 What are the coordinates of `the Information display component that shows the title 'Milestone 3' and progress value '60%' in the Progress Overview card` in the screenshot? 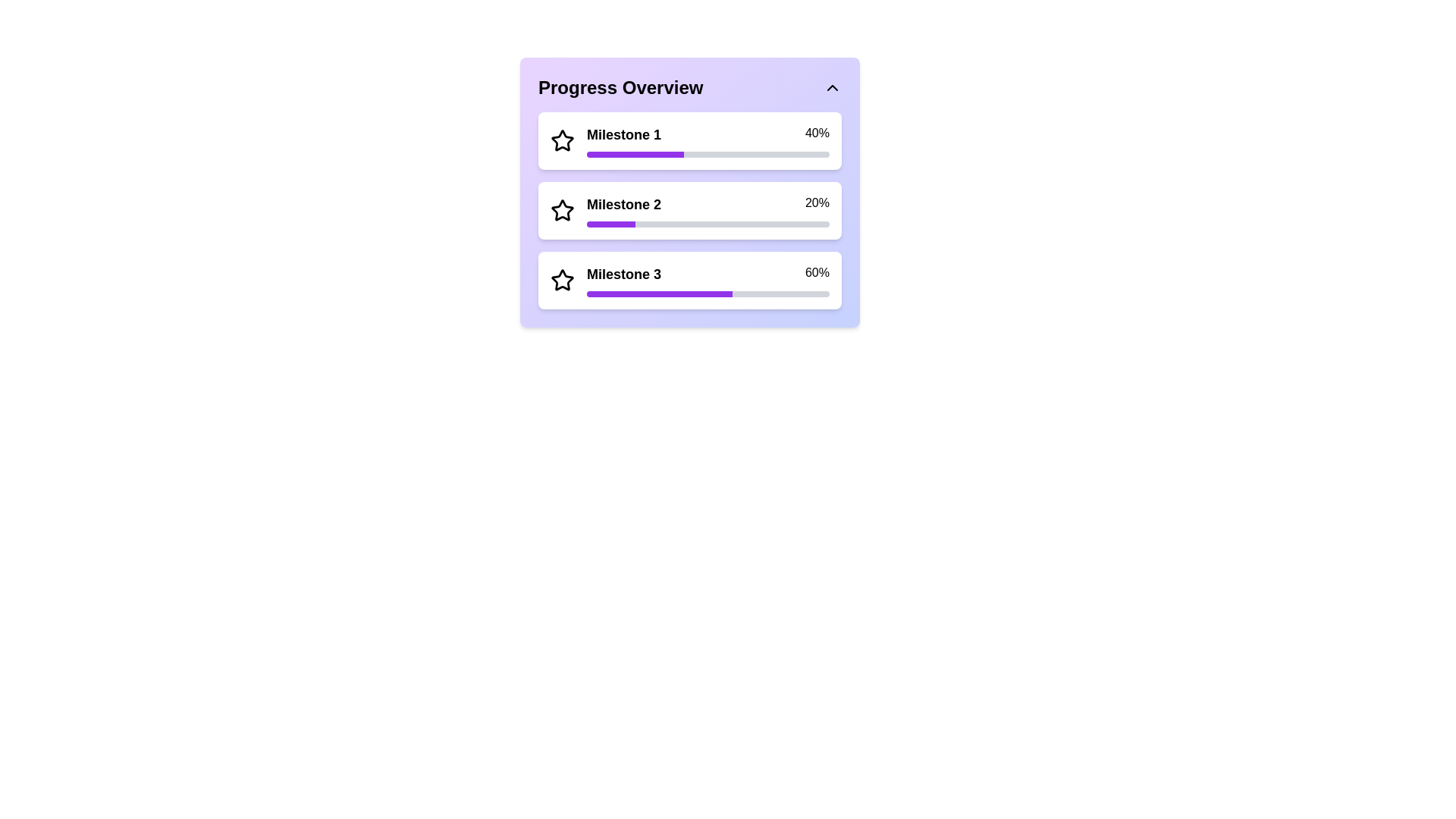 It's located at (708, 275).